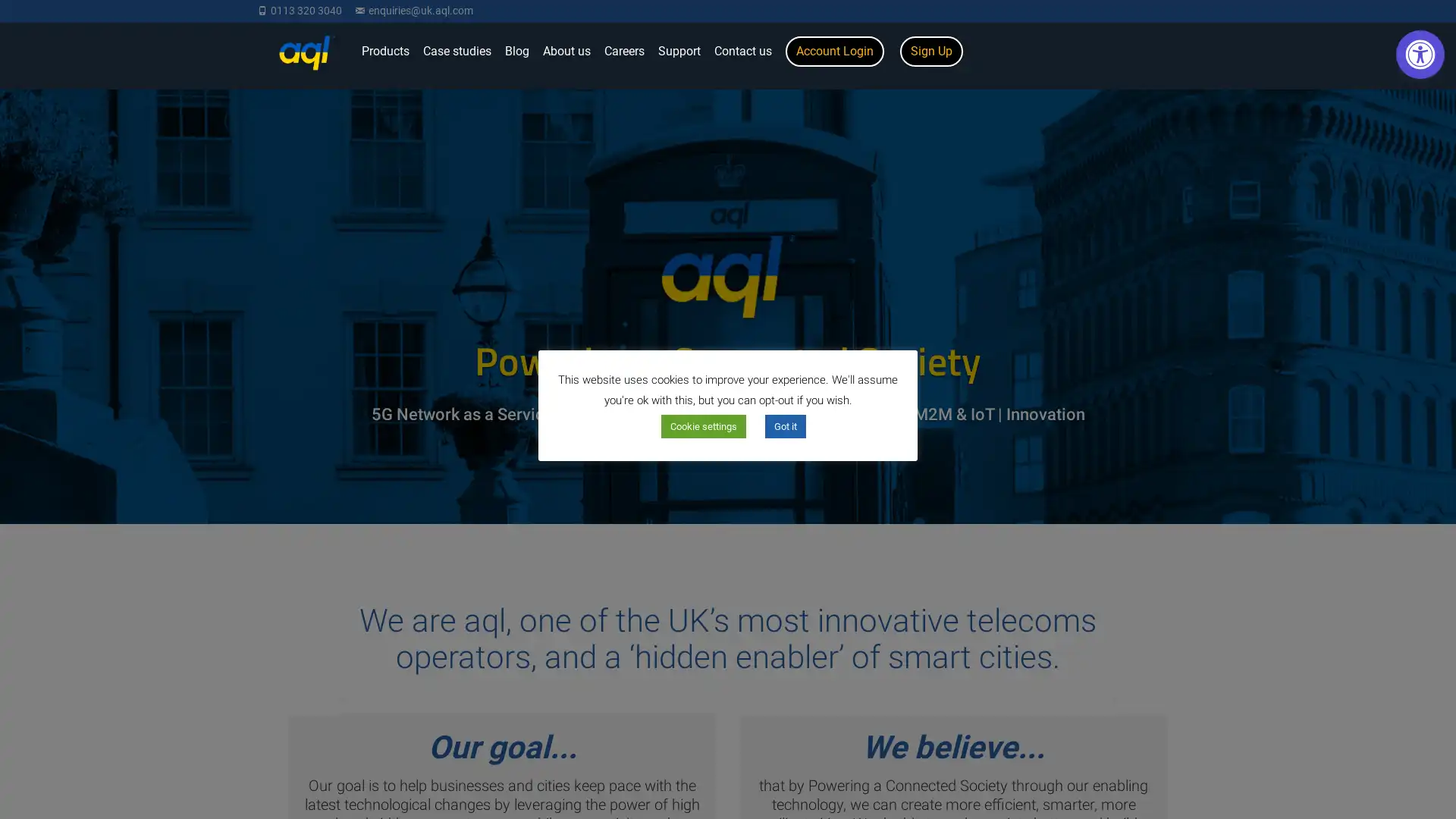 The image size is (1456, 819). What do you see at coordinates (1419, 54) in the screenshot?
I see `Accessibility Options` at bounding box center [1419, 54].